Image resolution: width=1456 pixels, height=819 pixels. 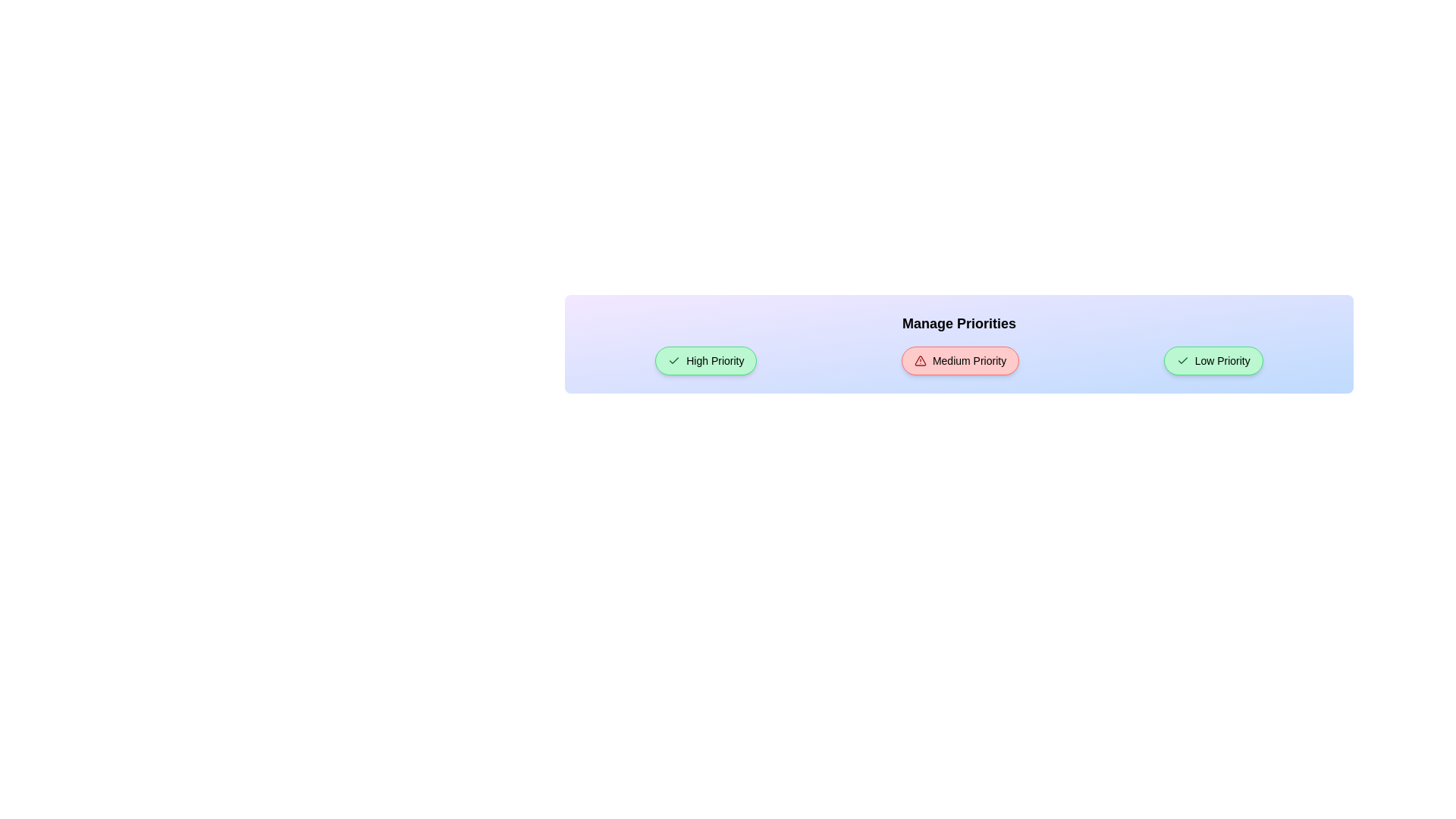 I want to click on the button corresponding to Low Priority to toggle its state and observe the transition effect, so click(x=1213, y=360).